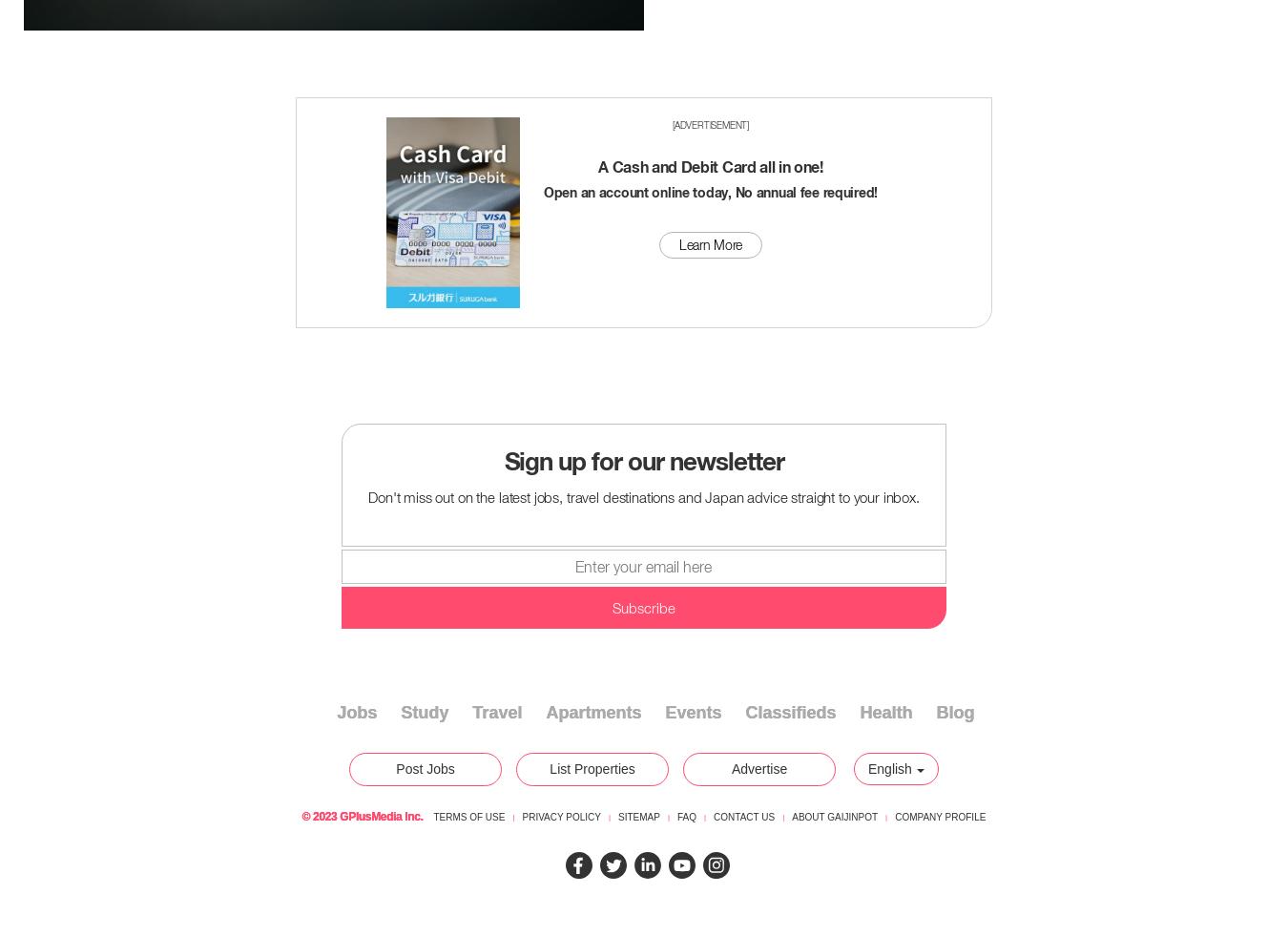 This screenshot has height=936, width=1288. I want to click on 'CONTACT US', so click(743, 817).